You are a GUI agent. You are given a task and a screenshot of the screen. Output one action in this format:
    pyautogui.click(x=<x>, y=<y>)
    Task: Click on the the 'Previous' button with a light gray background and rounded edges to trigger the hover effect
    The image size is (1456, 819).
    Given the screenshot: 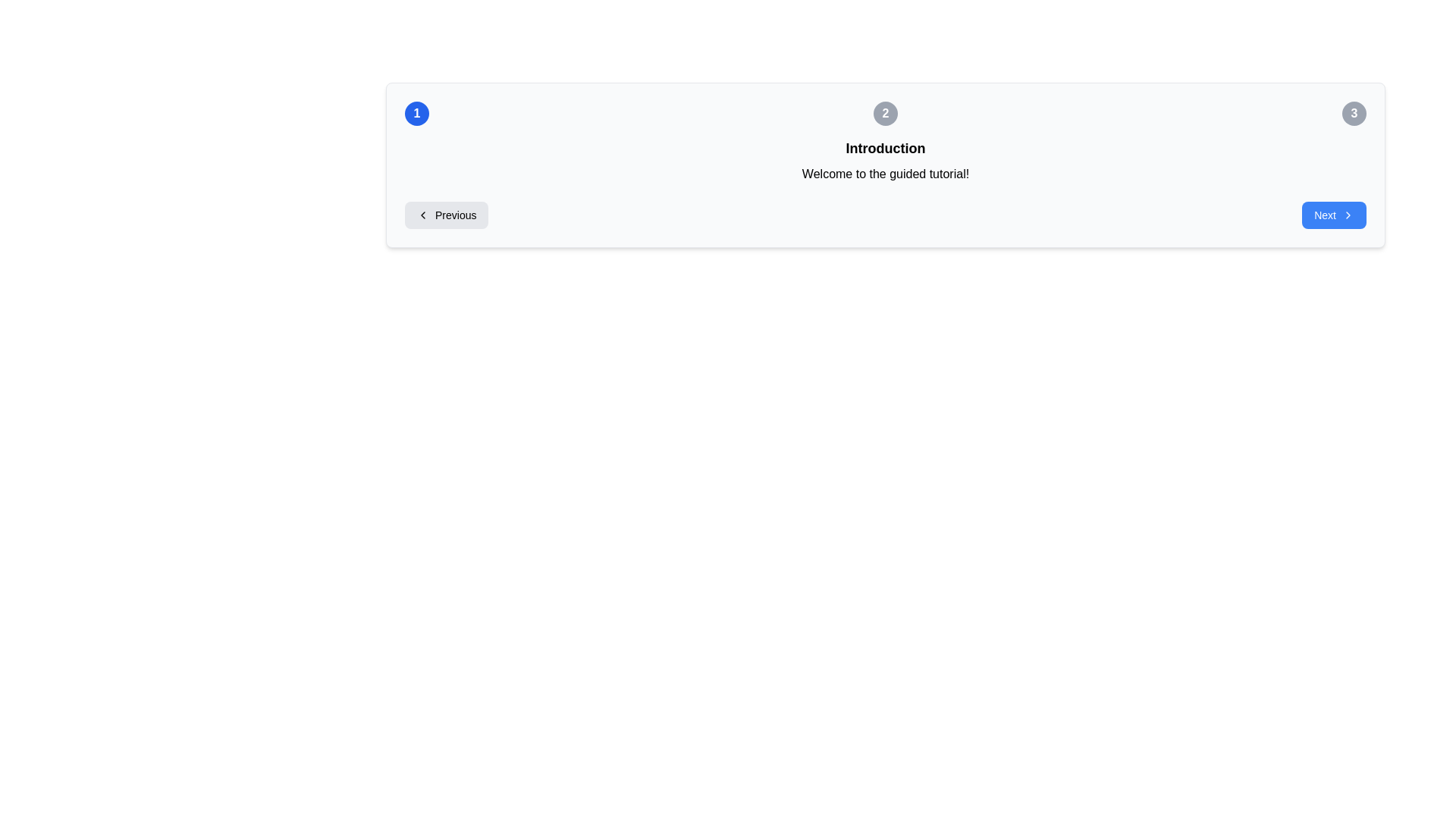 What is the action you would take?
    pyautogui.click(x=446, y=215)
    